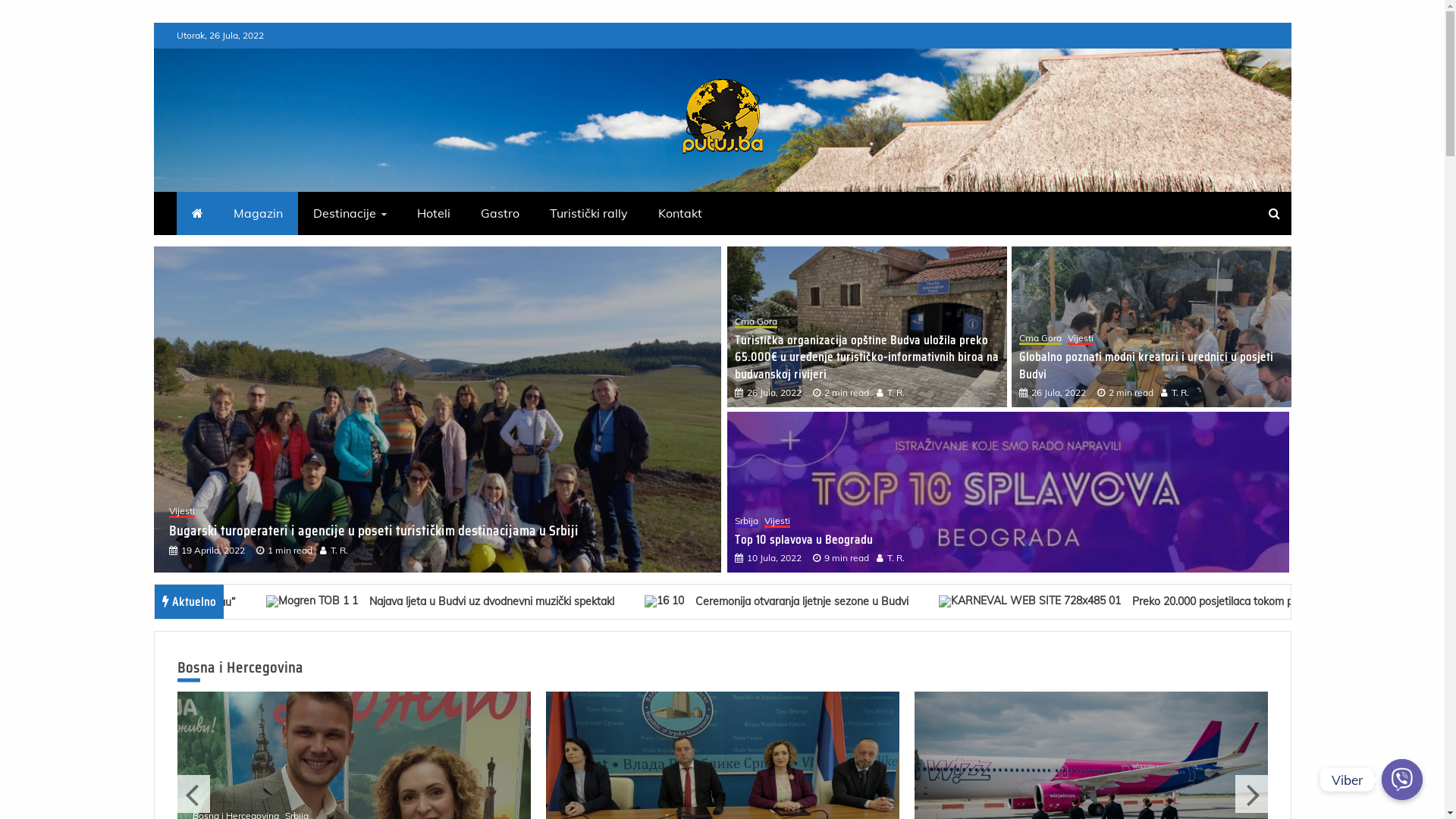 This screenshot has width=1456, height=819. Describe the element at coordinates (1250, 792) in the screenshot. I see `'Next'` at that location.